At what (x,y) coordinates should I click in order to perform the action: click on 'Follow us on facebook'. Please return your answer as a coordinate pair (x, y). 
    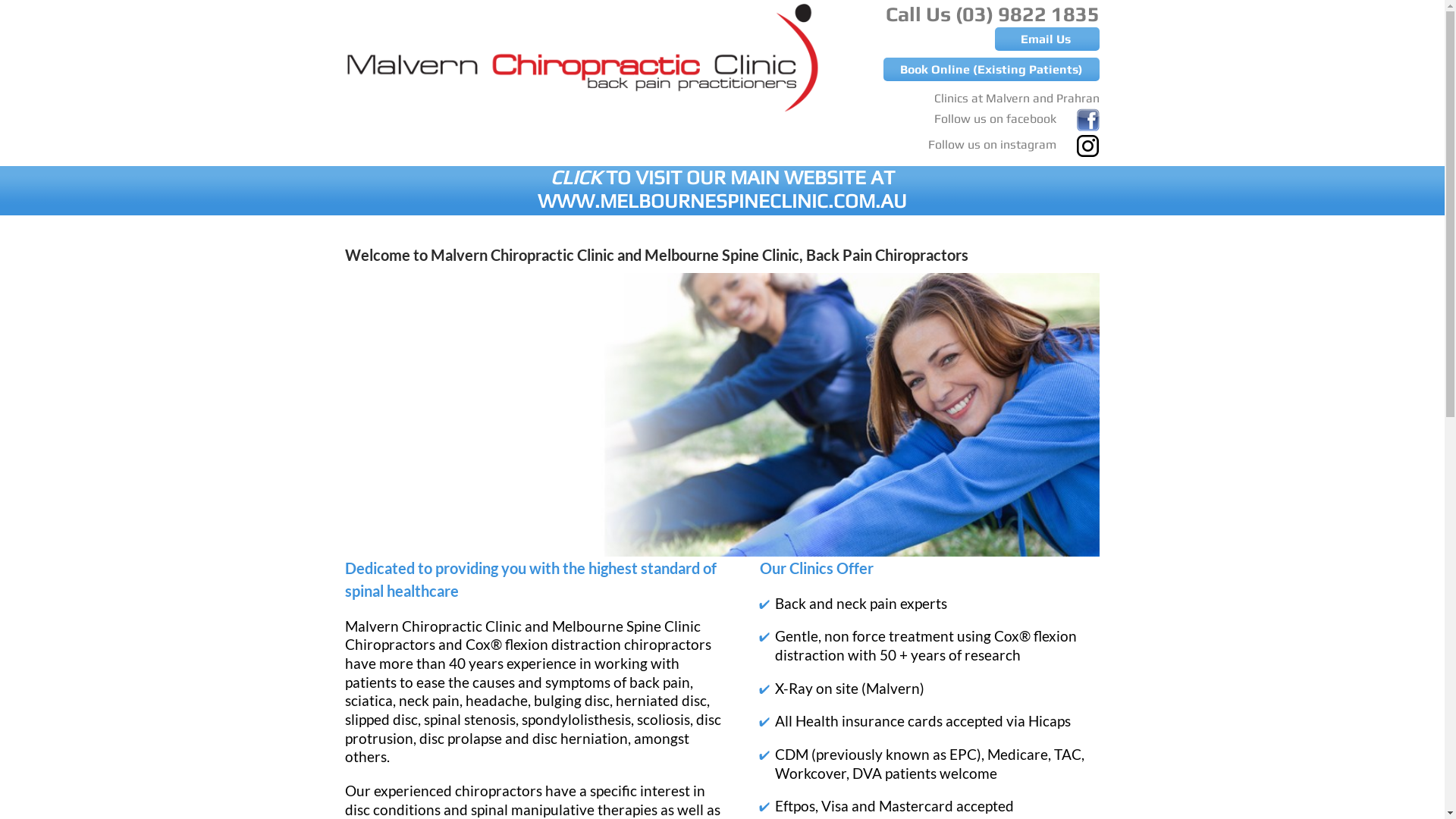
    Looking at the image, I should click on (934, 115).